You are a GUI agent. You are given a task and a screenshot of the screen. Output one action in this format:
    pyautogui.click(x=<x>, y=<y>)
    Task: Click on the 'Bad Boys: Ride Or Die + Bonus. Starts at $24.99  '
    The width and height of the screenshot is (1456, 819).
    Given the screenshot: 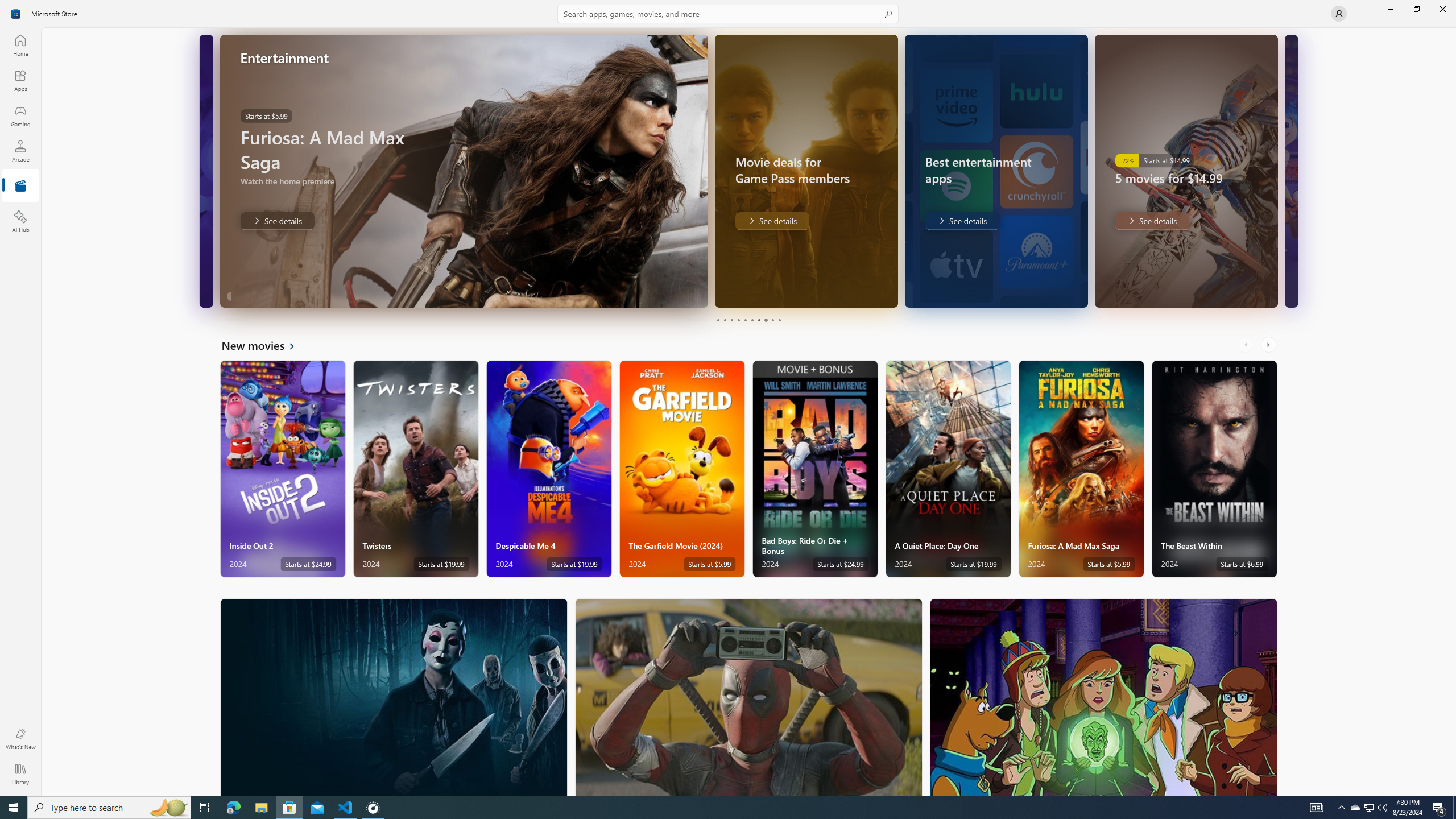 What is the action you would take?
    pyautogui.click(x=814, y=469)
    